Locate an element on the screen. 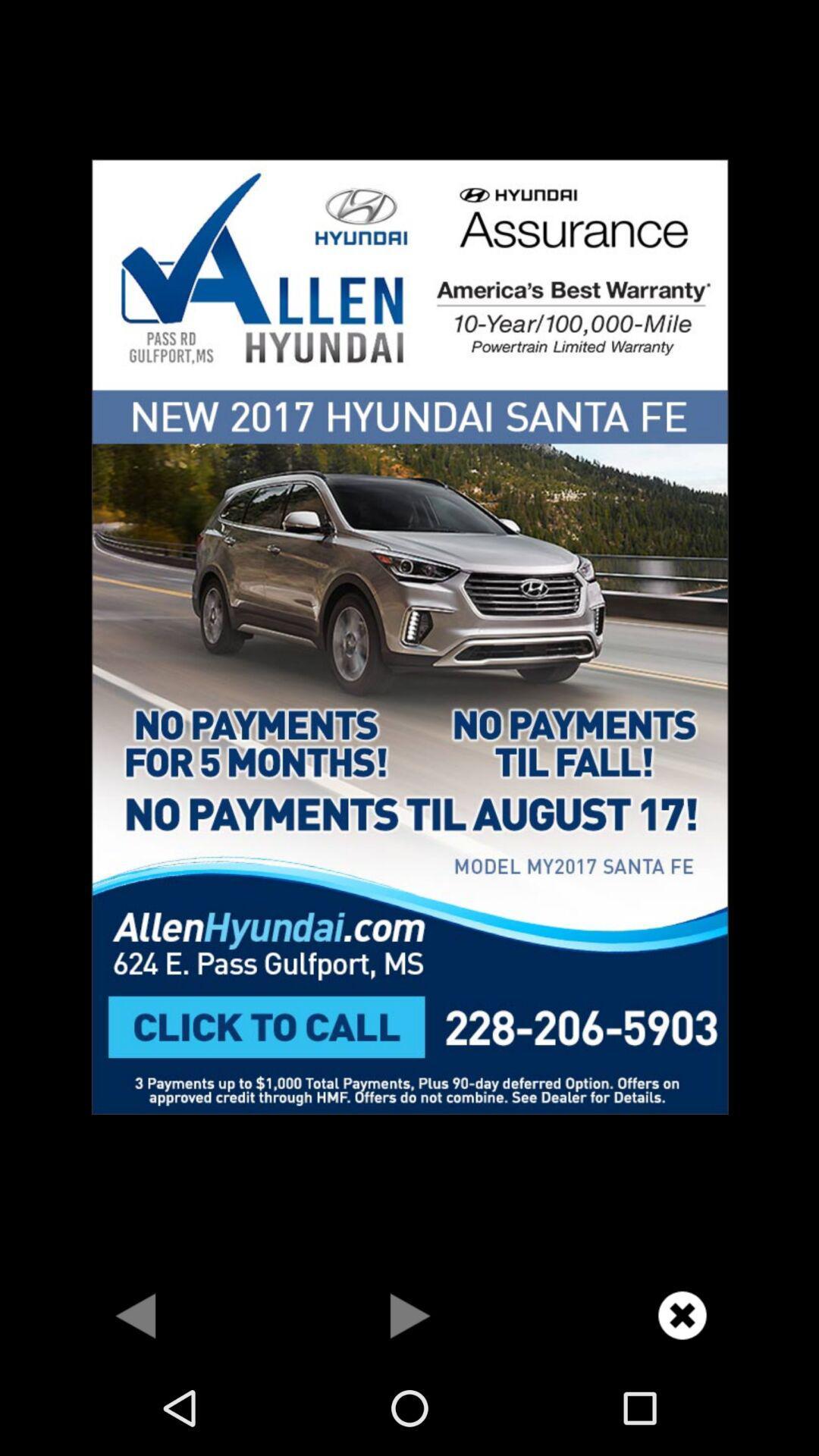 The image size is (819, 1456). the arrow_backward icon is located at coordinates (136, 1407).